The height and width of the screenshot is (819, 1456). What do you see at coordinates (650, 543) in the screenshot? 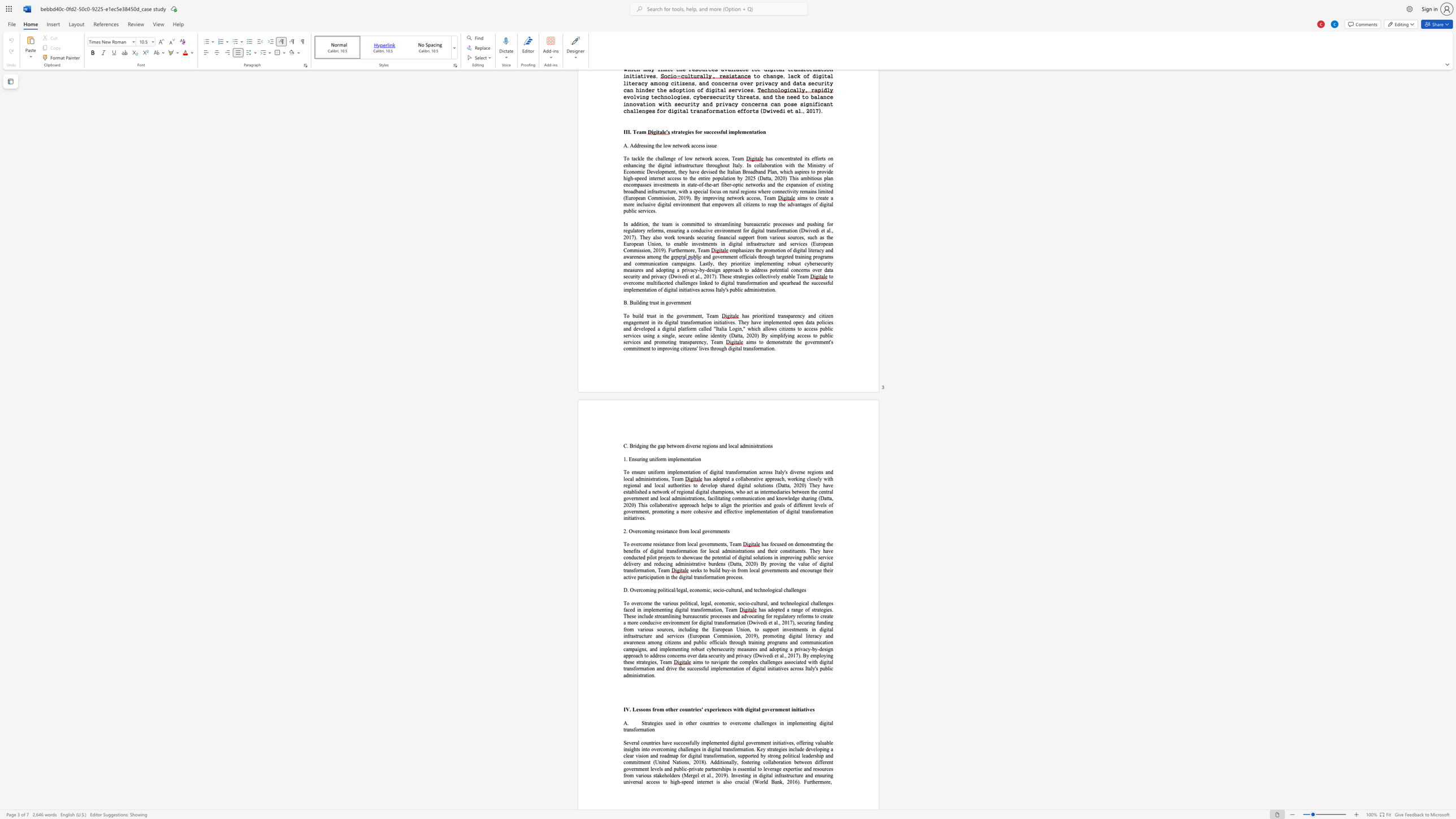
I see `the 2th character "e" in the text` at bounding box center [650, 543].